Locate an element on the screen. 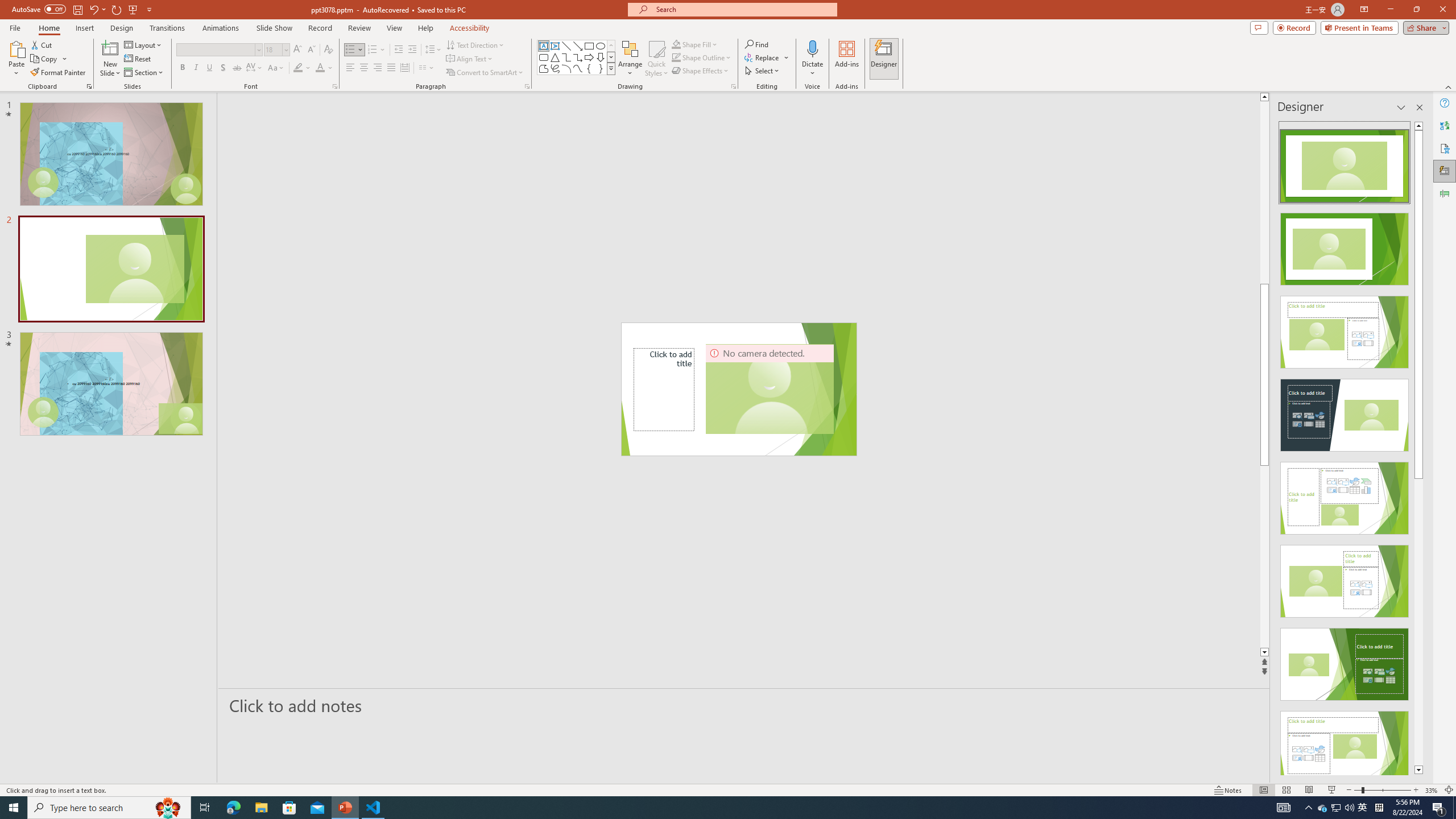 This screenshot has width=1456, height=819. 'Animation Pane' is located at coordinates (1444, 193).